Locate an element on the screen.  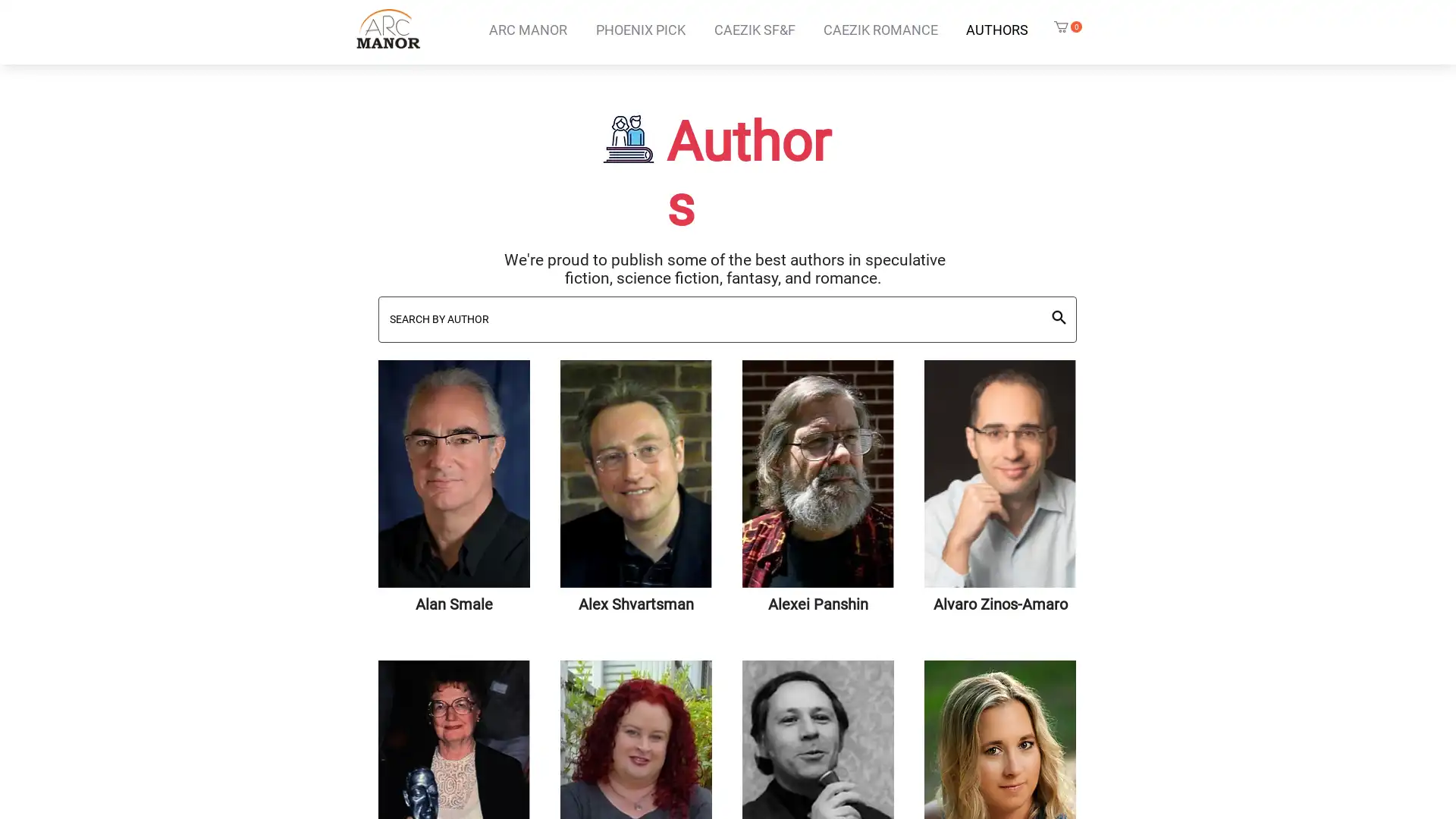
Cart with 0 items is located at coordinates (1067, 27).